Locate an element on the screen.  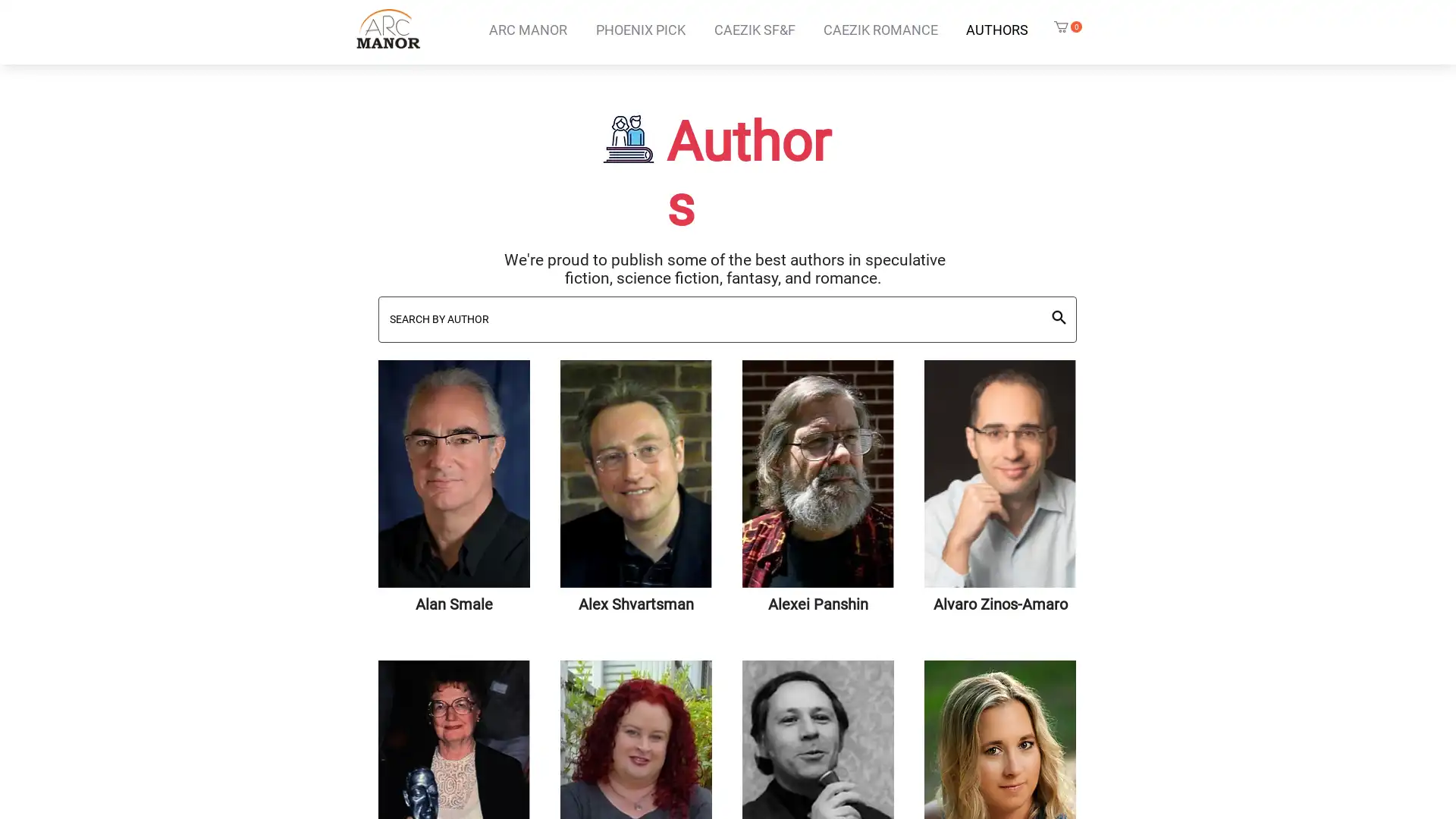
Cart with 0 items is located at coordinates (1067, 27).